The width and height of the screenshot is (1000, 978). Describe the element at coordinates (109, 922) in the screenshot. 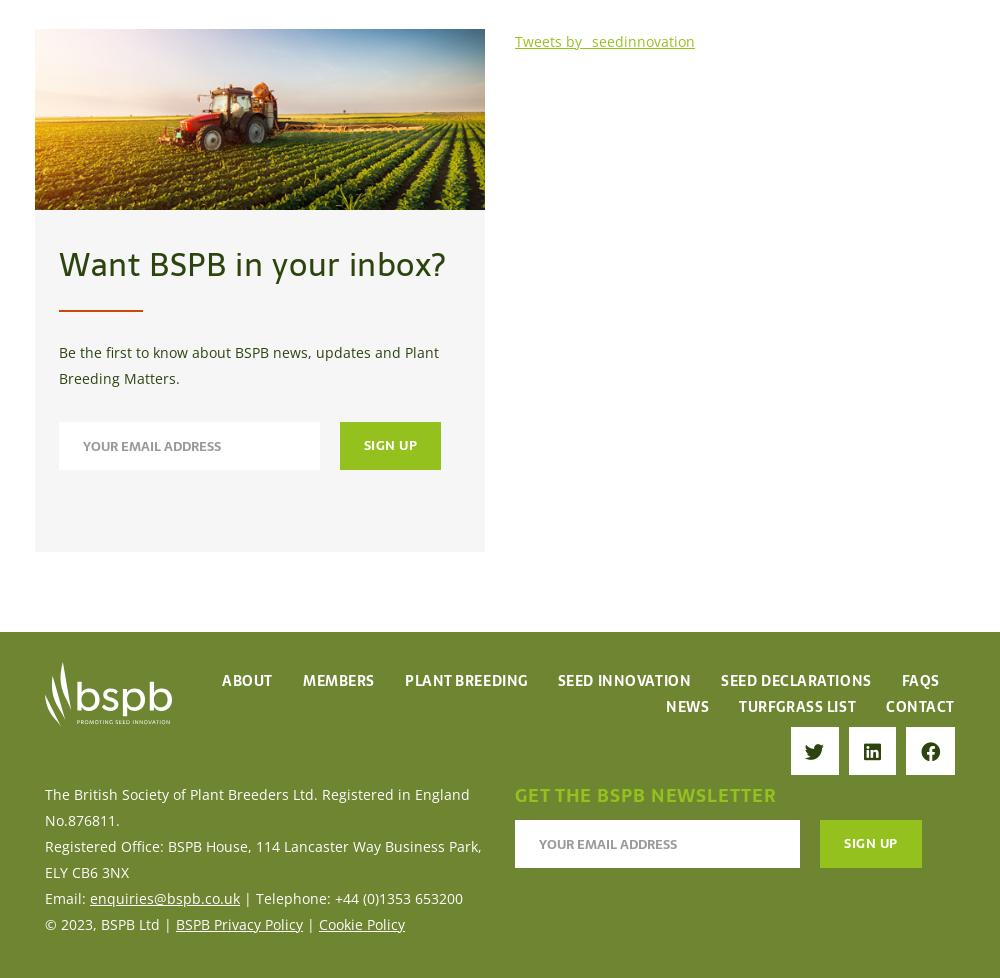

I see `'© 2023, BSPB Ltd |'` at that location.